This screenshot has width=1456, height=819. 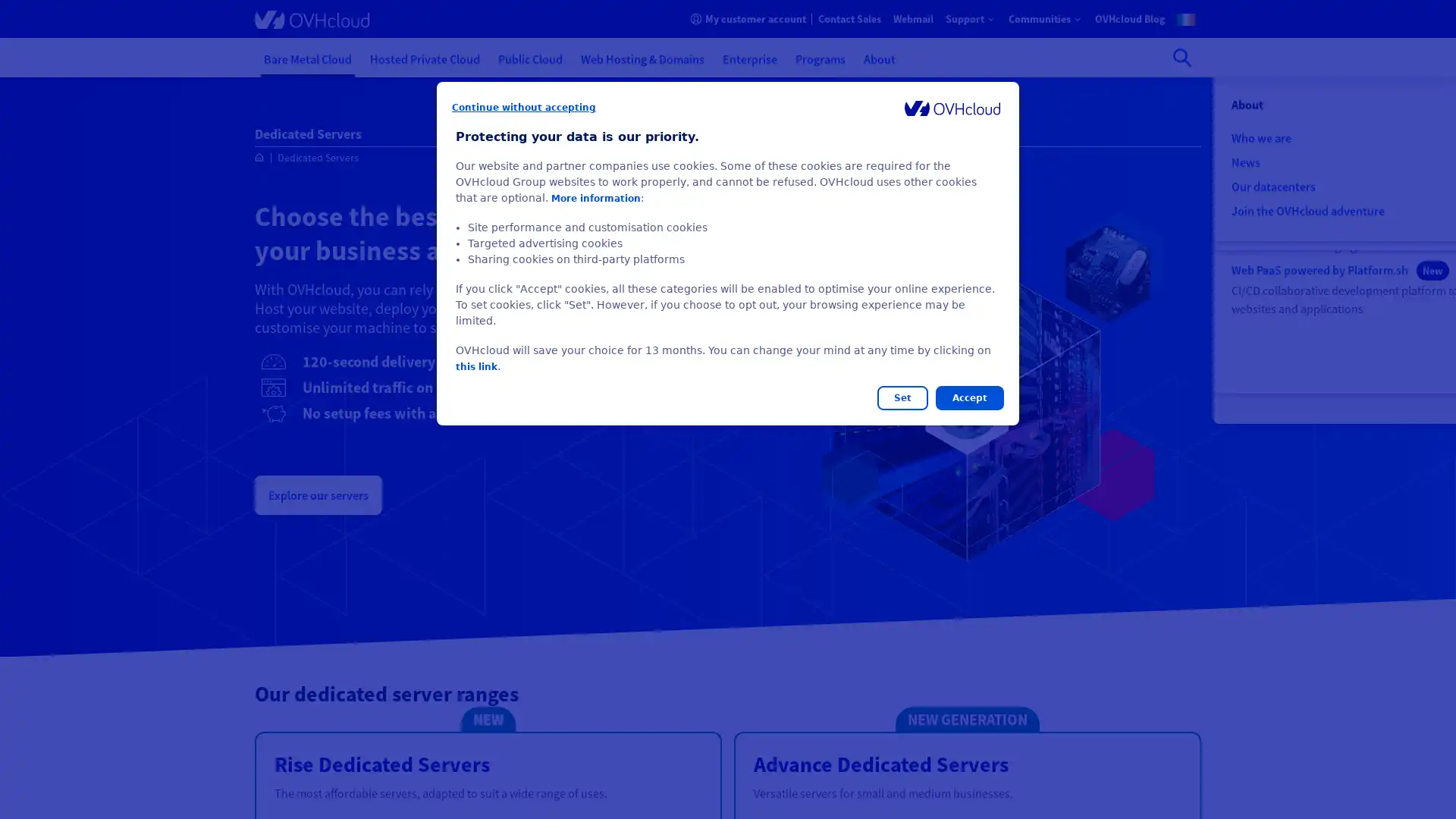 I want to click on Set, so click(x=902, y=397).